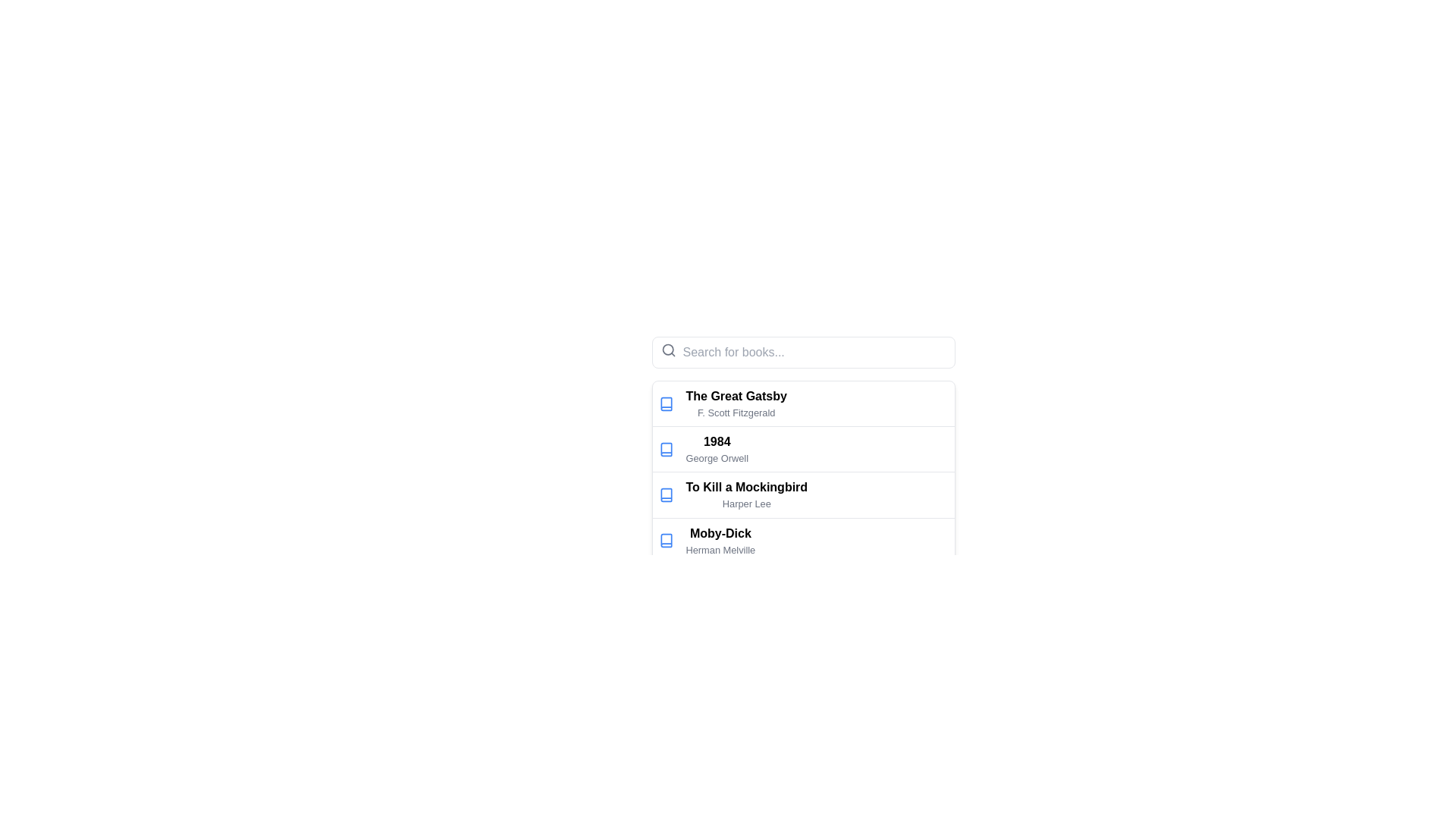  Describe the element at coordinates (716, 457) in the screenshot. I see `the text label displaying the author's name 'George Orwell' located in the second row of the list beneath the book title '1984'` at that location.